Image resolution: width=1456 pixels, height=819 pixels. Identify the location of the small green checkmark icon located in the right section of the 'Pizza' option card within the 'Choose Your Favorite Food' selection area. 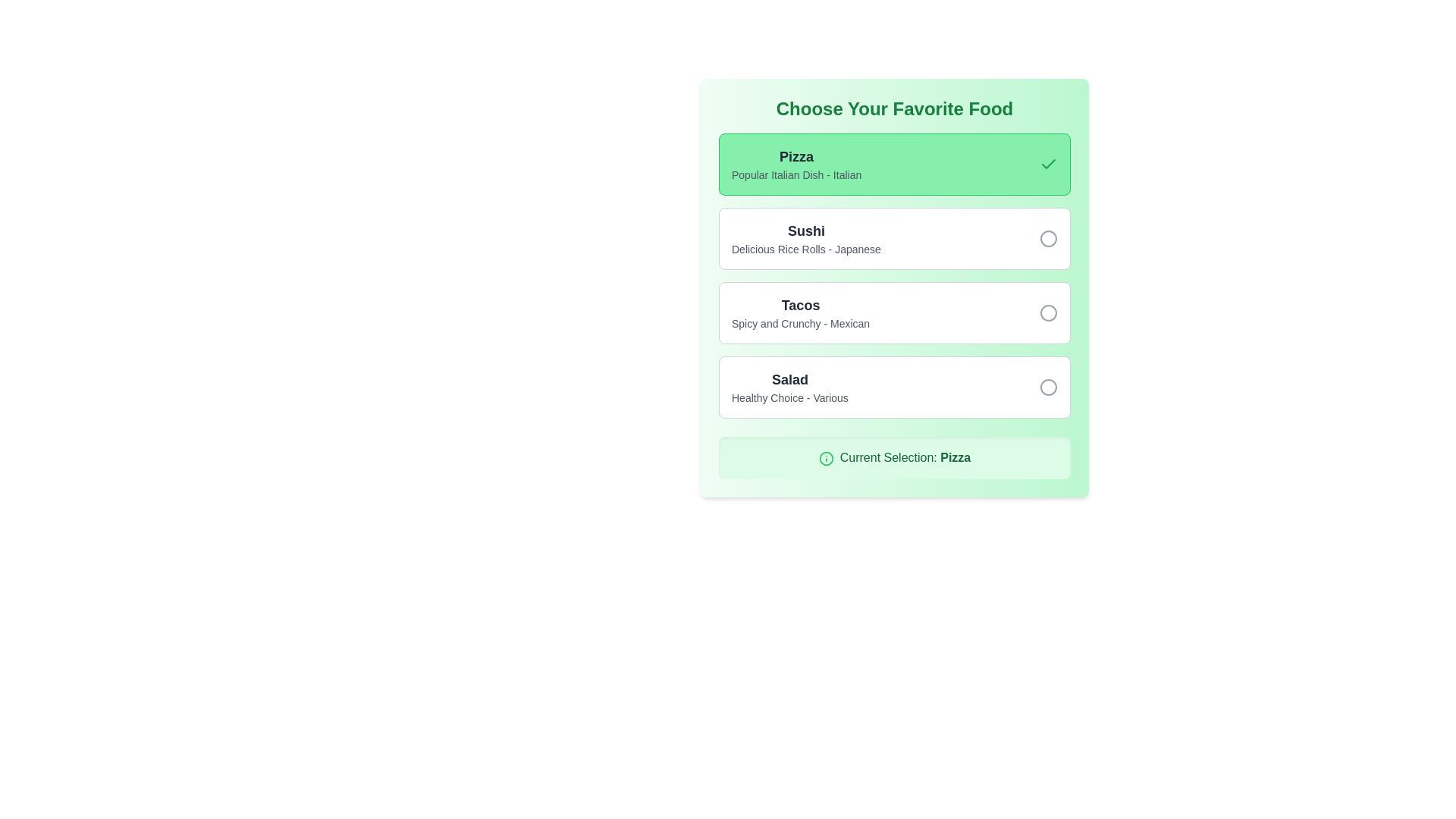
(1047, 164).